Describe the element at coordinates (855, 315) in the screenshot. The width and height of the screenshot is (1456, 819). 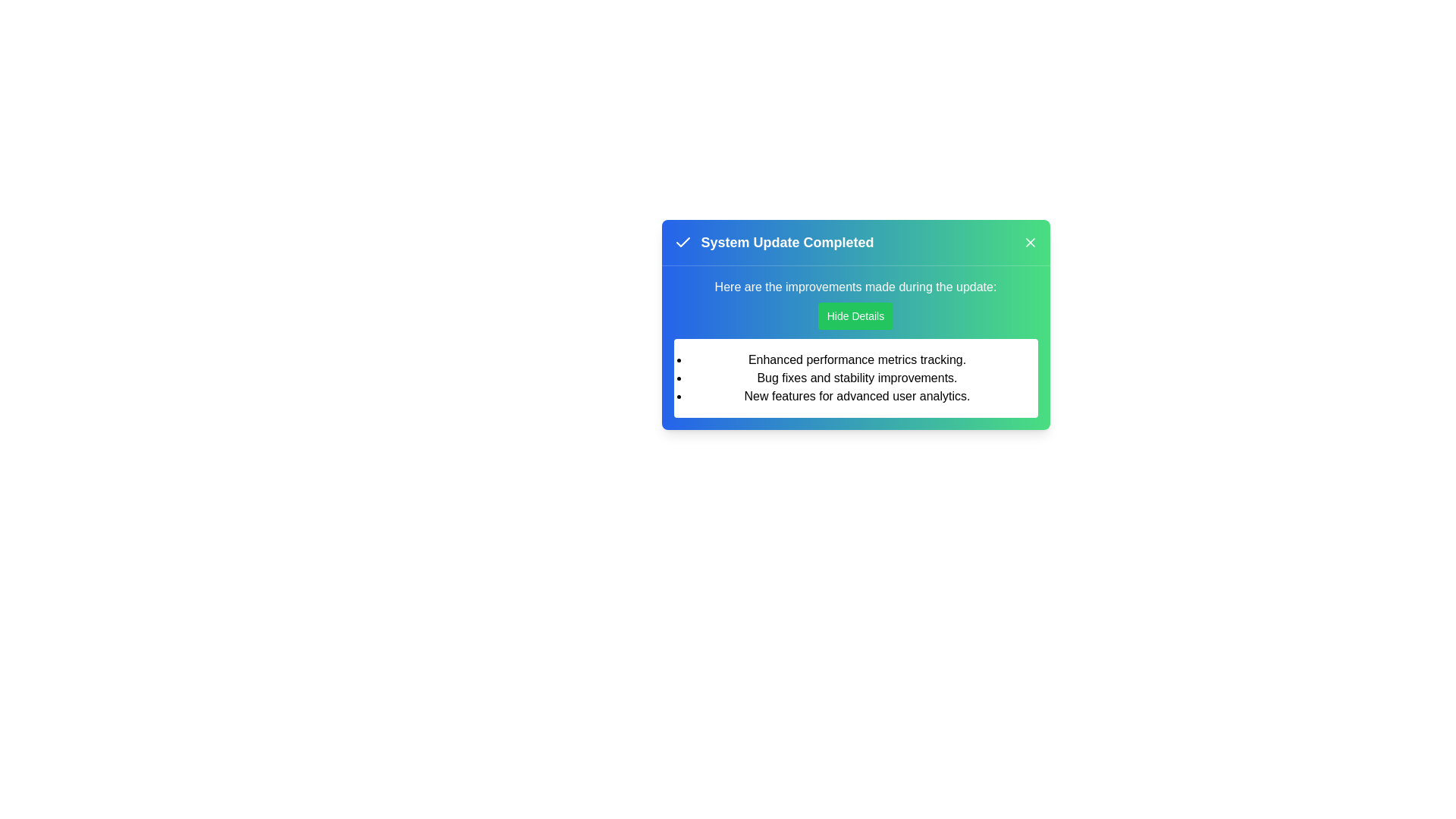
I see `'Hide Details' button to toggle the visibility of the details section` at that location.